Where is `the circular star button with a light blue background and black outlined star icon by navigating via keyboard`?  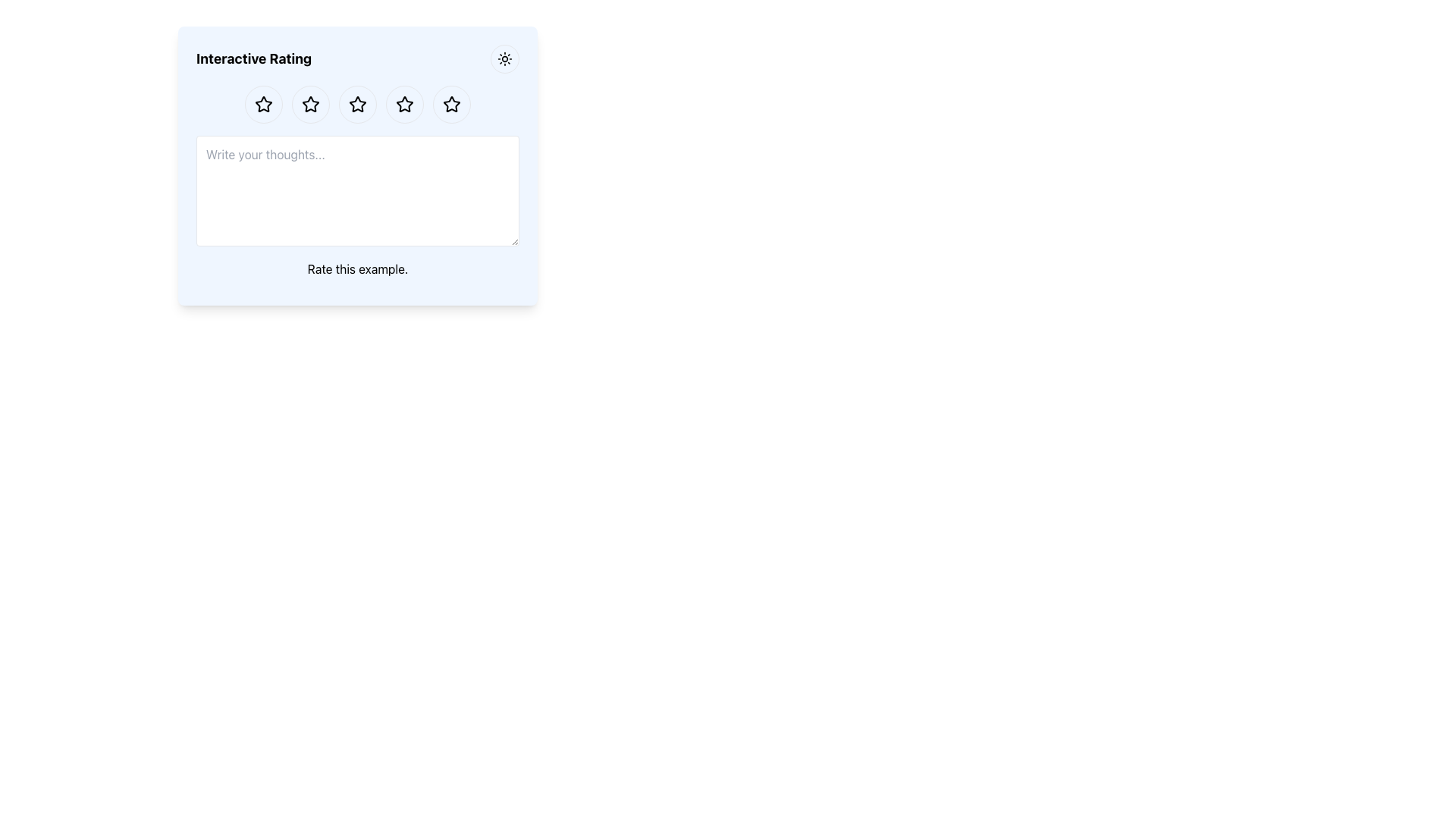
the circular star button with a light blue background and black outlined star icon by navigating via keyboard is located at coordinates (404, 104).